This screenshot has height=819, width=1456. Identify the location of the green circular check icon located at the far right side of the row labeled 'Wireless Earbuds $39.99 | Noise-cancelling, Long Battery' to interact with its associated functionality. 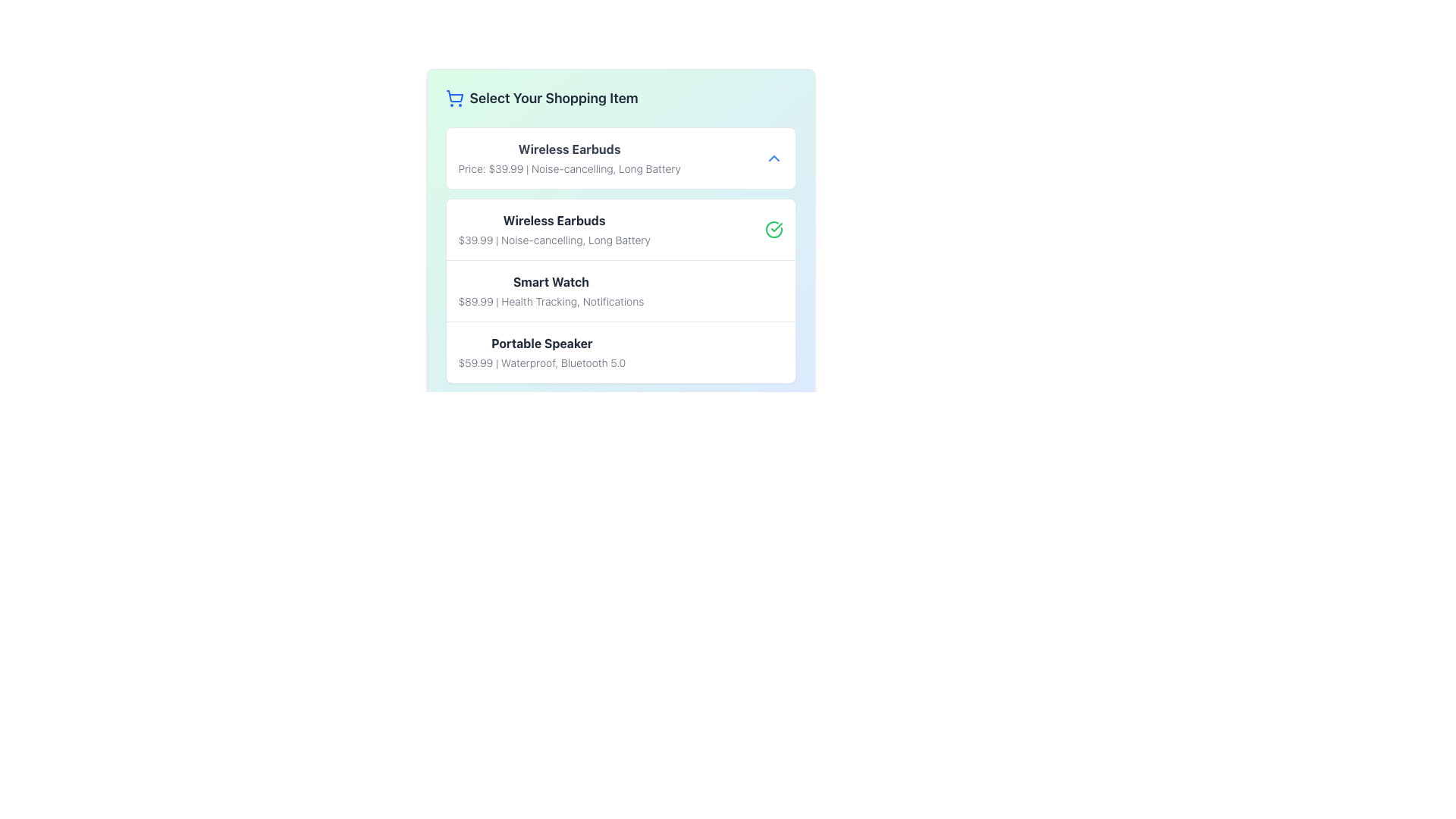
(773, 230).